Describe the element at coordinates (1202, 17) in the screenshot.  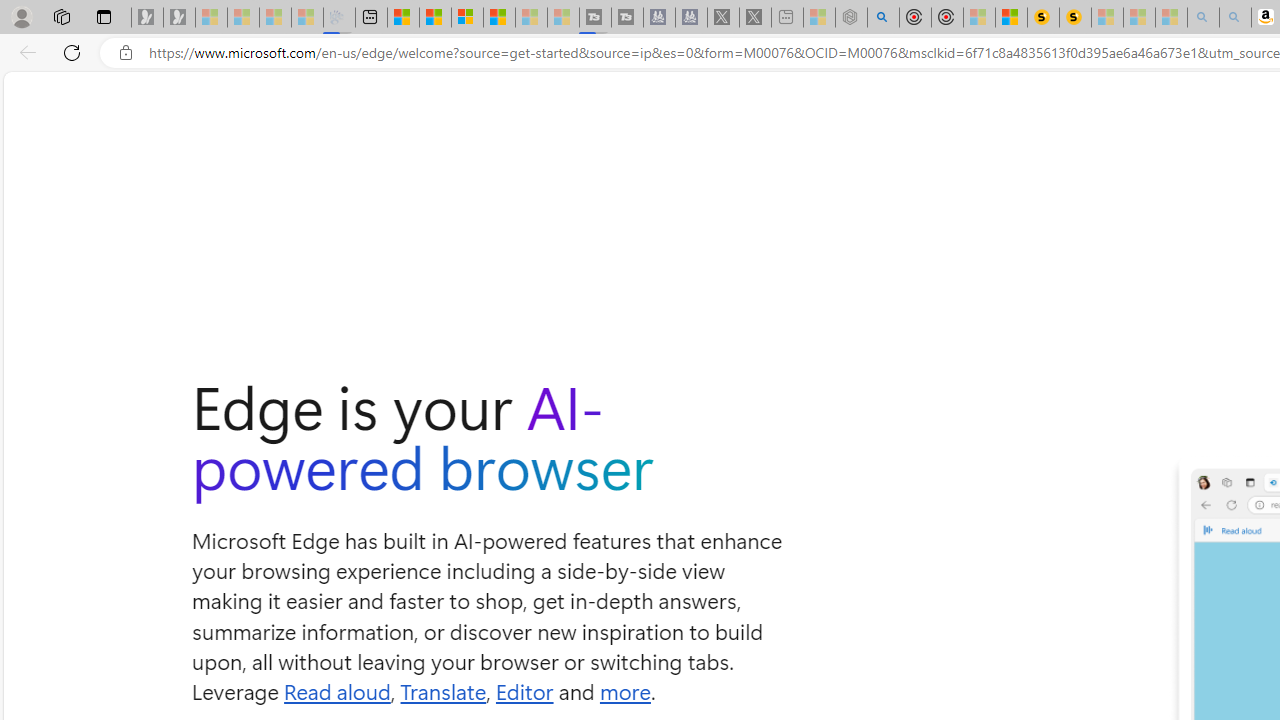
I see `'amazon - Search - Sleeping'` at that location.